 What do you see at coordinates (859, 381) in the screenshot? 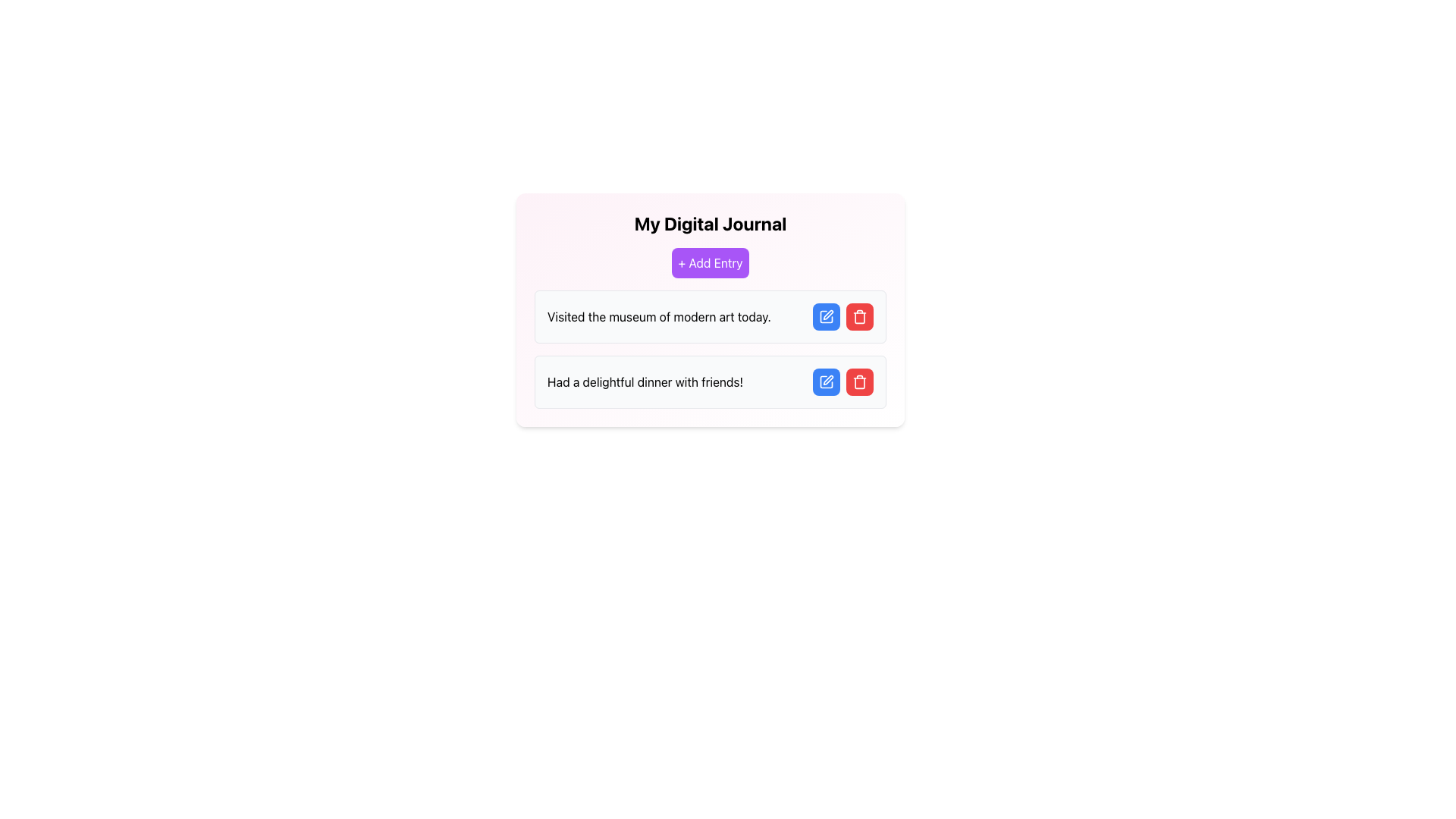
I see `the red rounded rectangular delete button with a trash bin icon located in the second row of the journal interface to observe its hover effect` at bounding box center [859, 381].